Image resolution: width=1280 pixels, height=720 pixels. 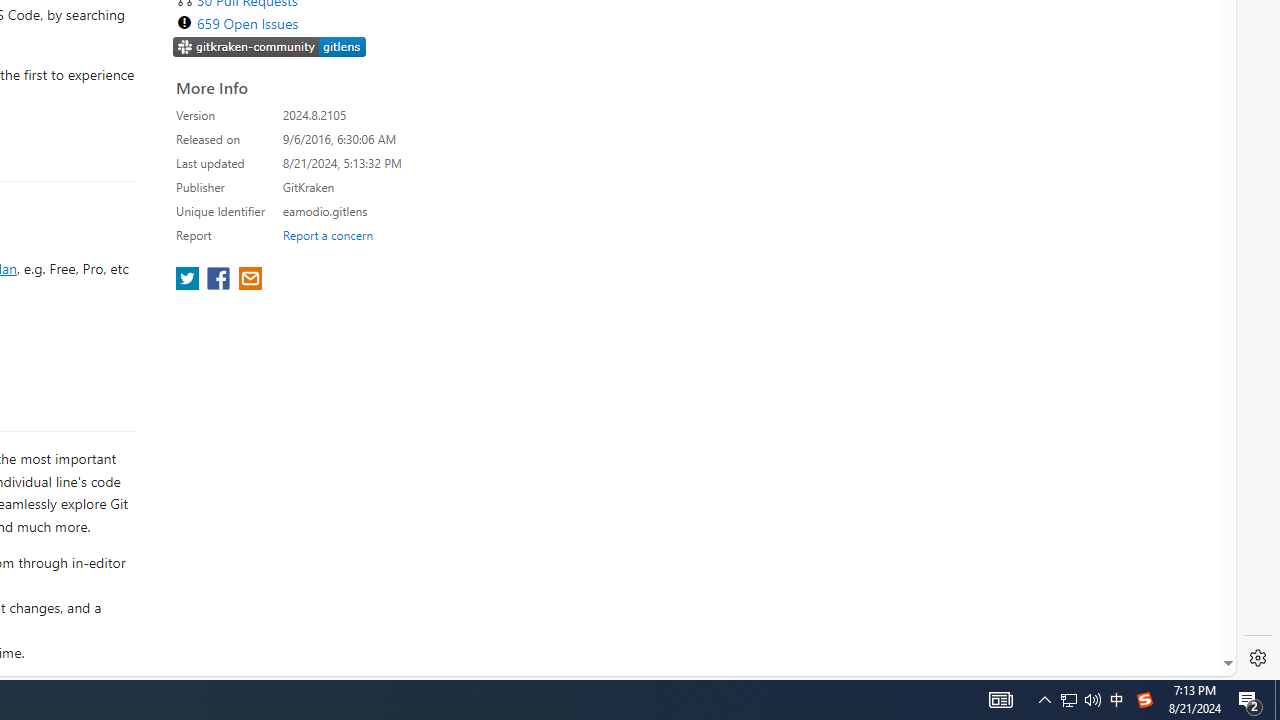 I want to click on 'share extension on facebook', so click(x=220, y=280).